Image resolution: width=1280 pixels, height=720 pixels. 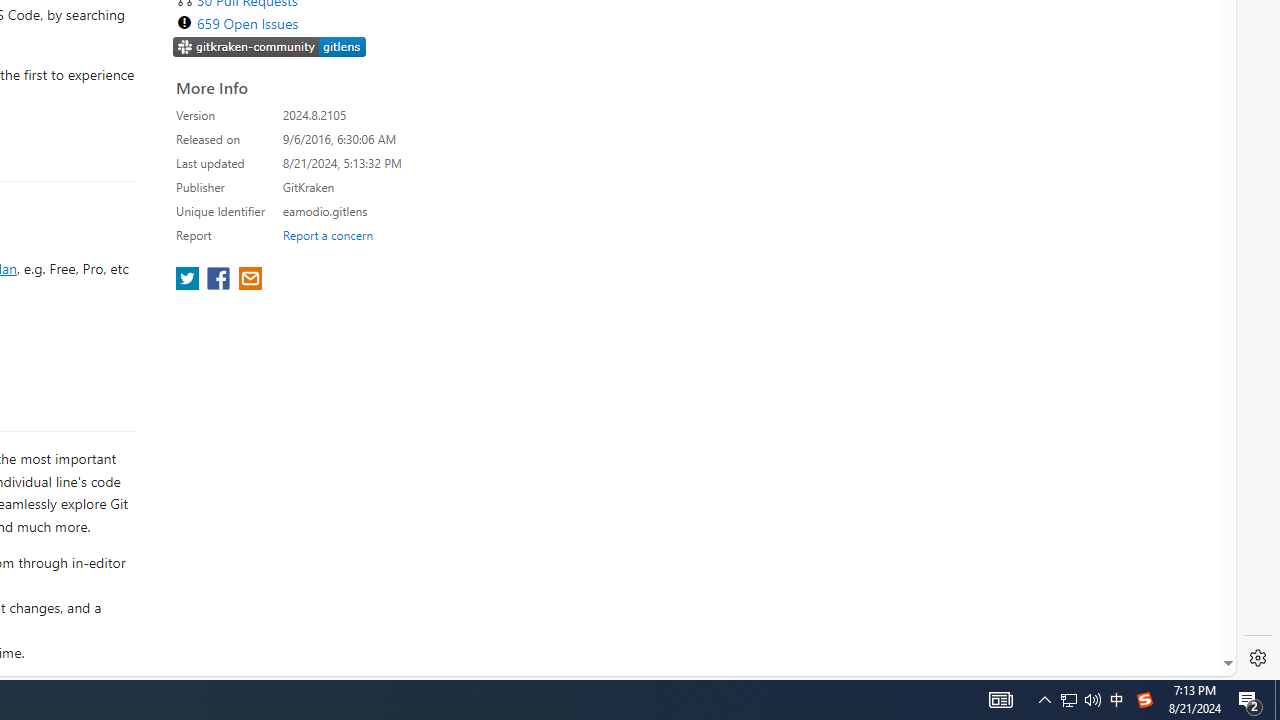 I want to click on 'share extension on facebook', so click(x=220, y=280).